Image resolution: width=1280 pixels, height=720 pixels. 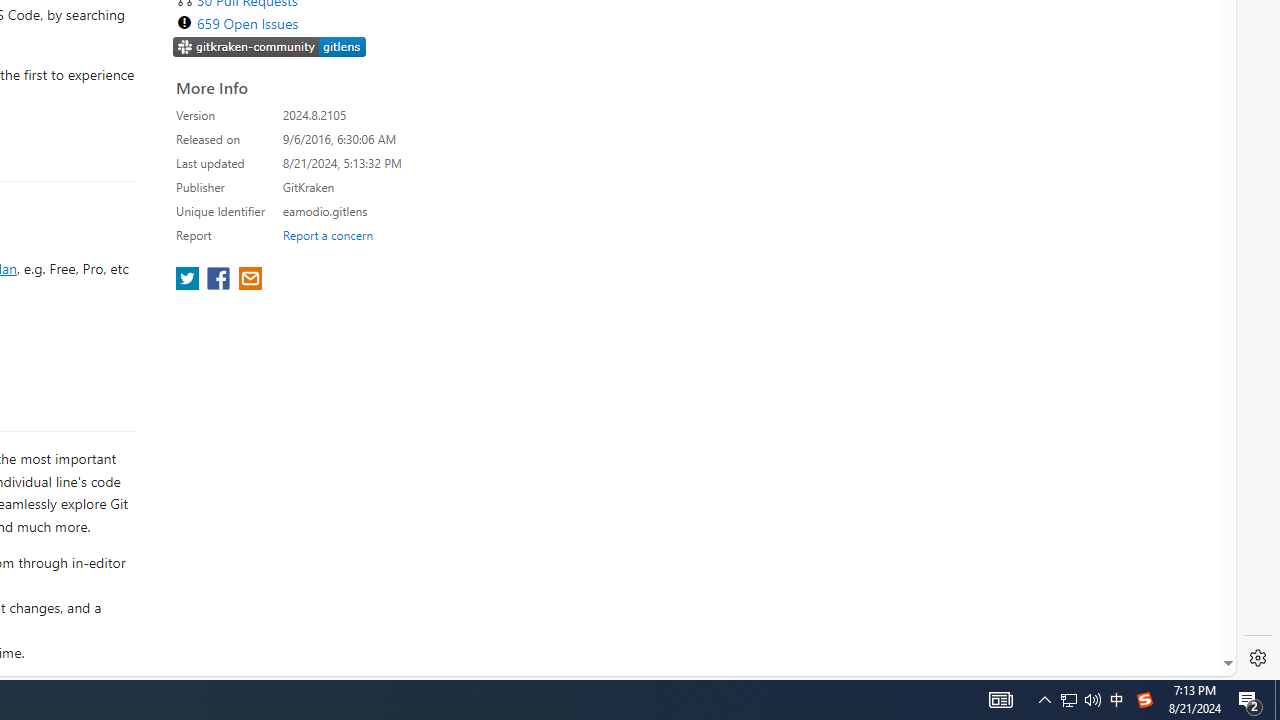 I want to click on 'share extension on facebook', so click(x=220, y=280).